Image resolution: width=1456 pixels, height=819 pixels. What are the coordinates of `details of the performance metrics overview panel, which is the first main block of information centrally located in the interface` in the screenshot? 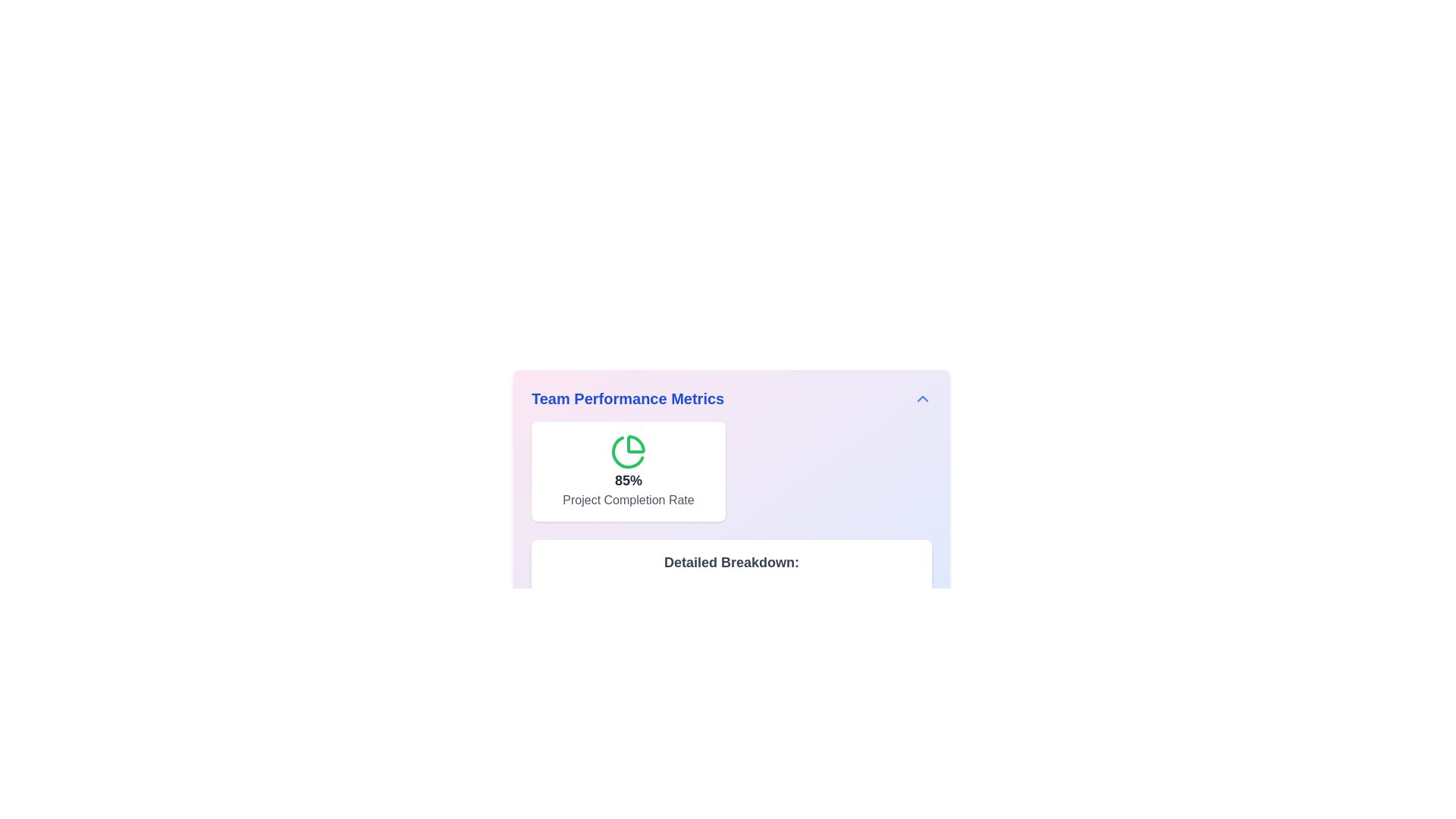 It's located at (731, 526).